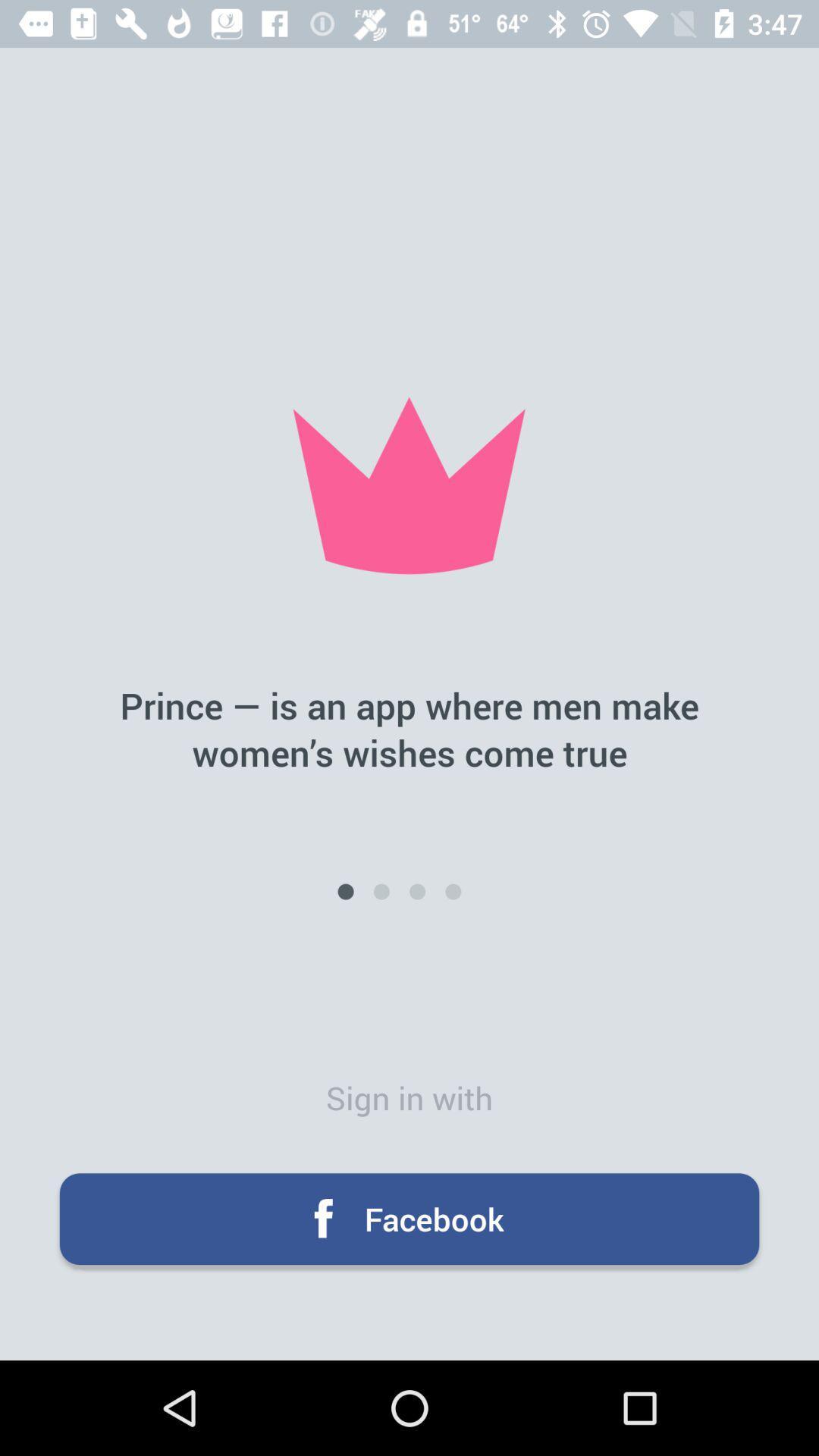  I want to click on the icon below the prince is an icon, so click(345, 892).